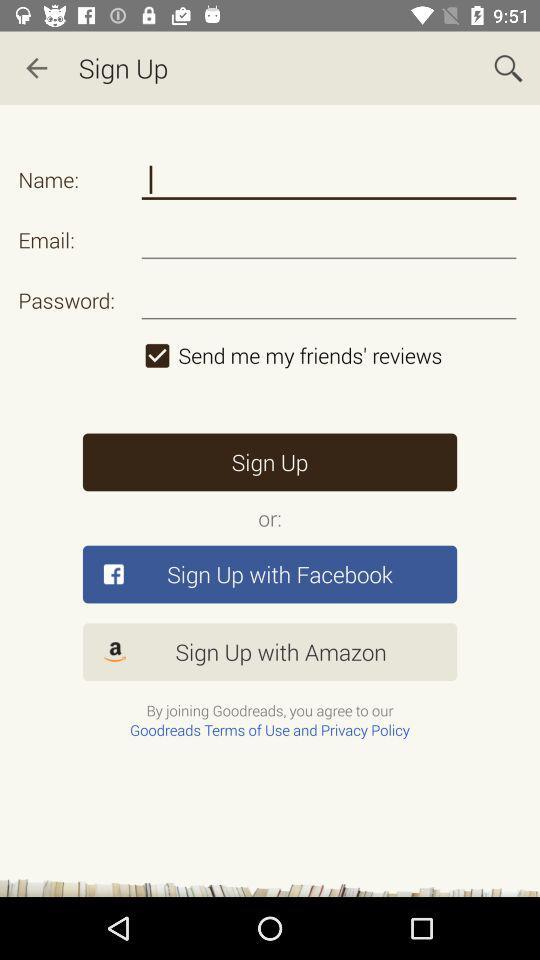 This screenshot has width=540, height=960. Describe the element at coordinates (508, 68) in the screenshot. I see `the search icon` at that location.